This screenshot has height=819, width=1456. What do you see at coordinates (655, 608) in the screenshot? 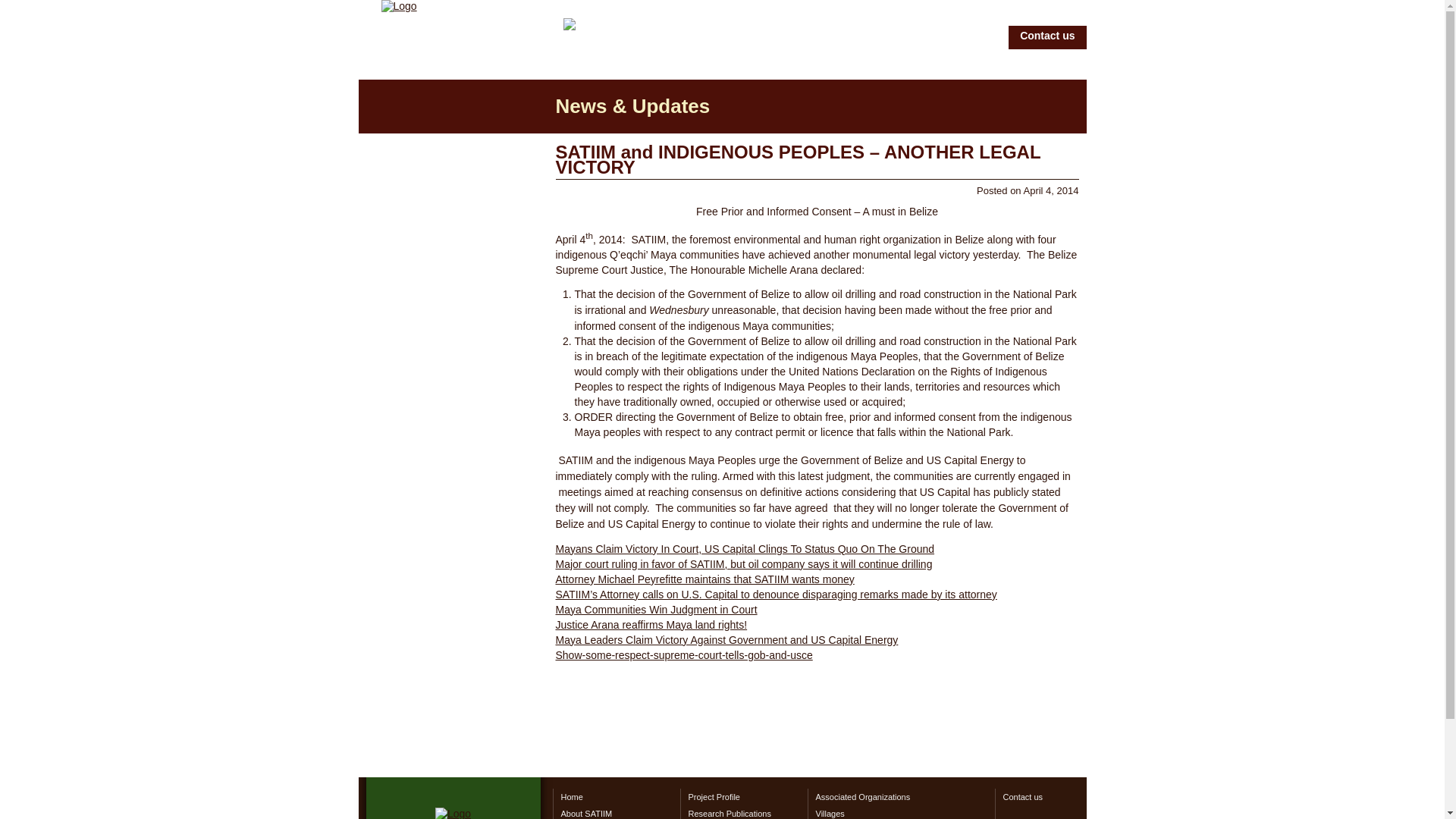
I see `'Maya Communities Win Judgment in Court'` at bounding box center [655, 608].